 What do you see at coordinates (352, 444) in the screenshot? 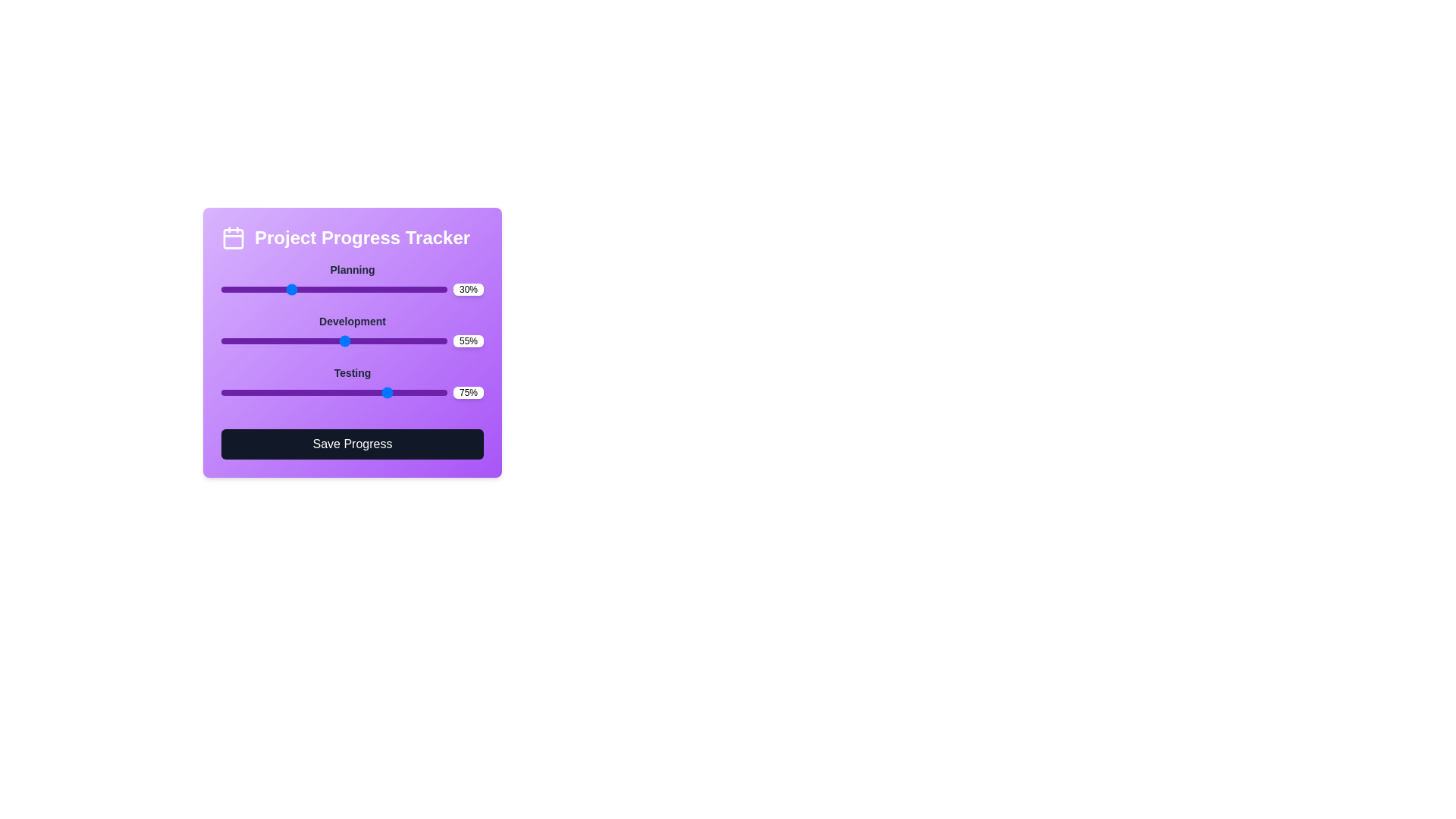
I see `'Save Progress' button to save changes` at bounding box center [352, 444].